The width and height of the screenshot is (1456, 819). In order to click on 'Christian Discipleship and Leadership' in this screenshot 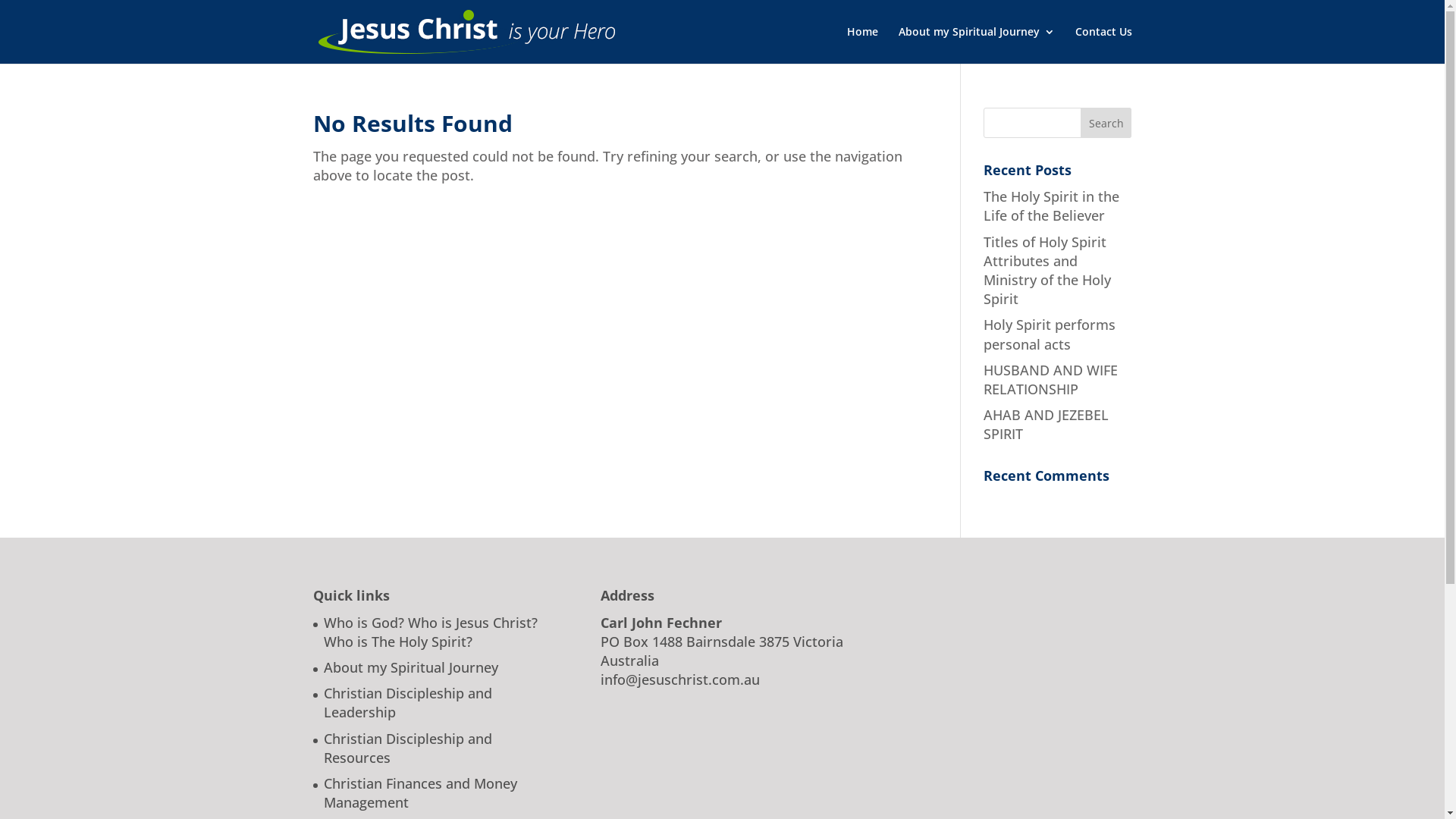, I will do `click(407, 702)`.